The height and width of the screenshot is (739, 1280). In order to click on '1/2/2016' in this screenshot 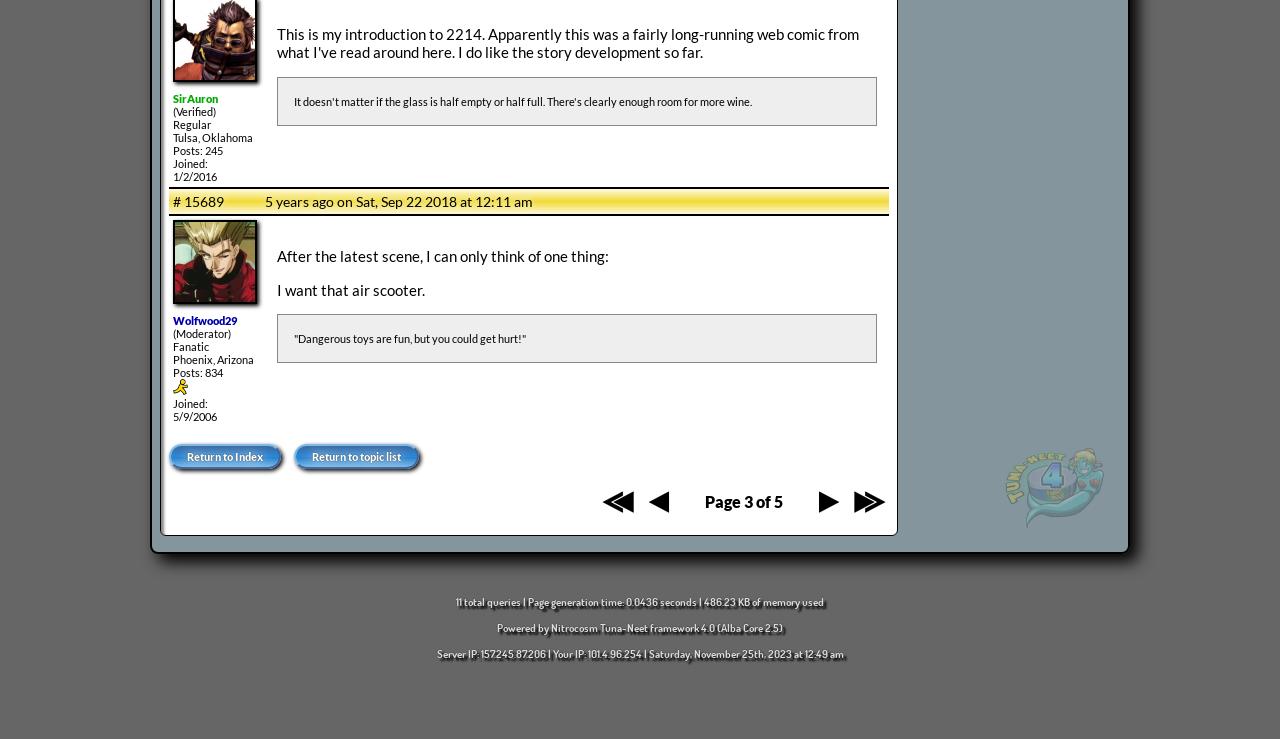, I will do `click(194, 176)`.